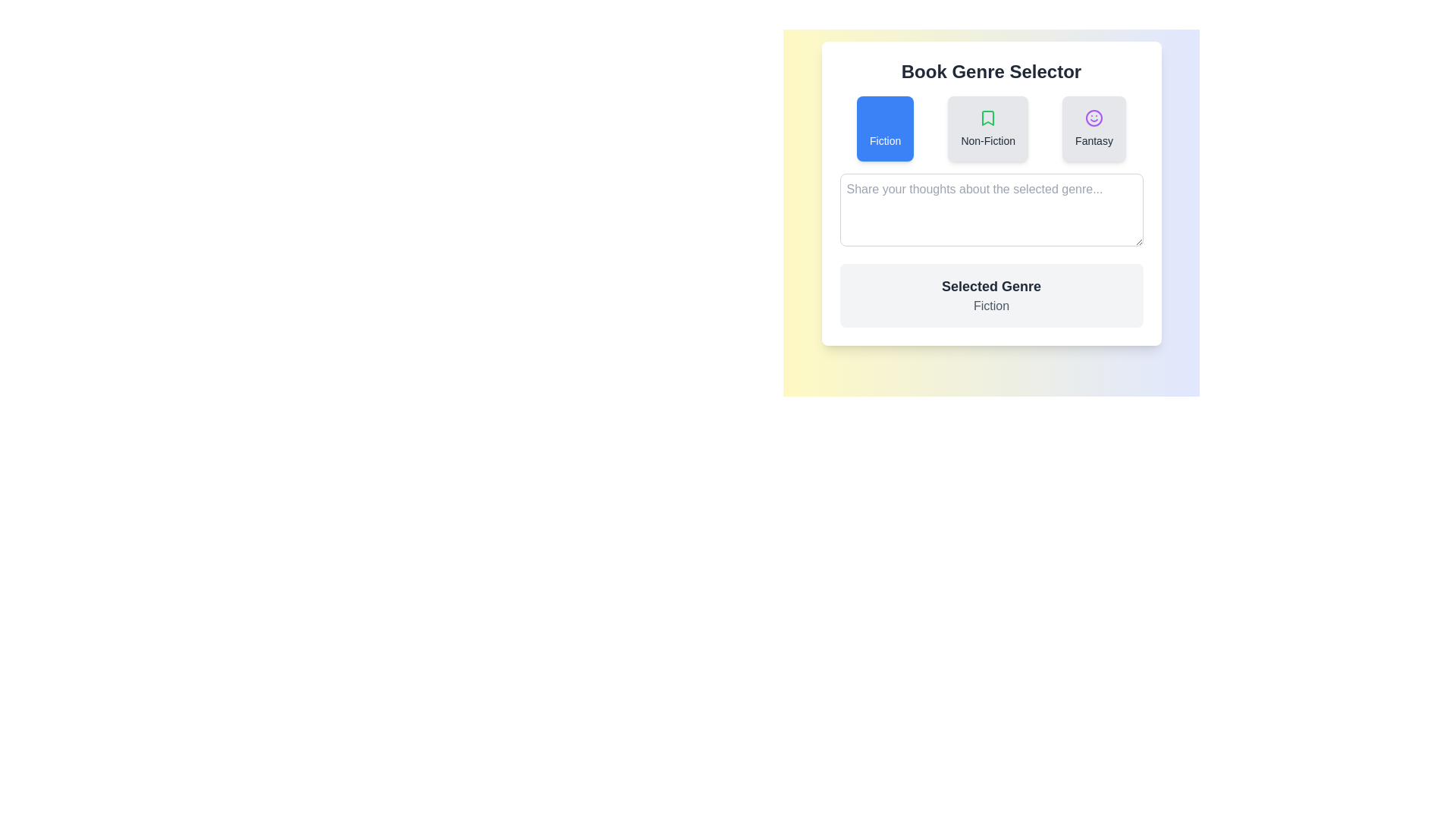  Describe the element at coordinates (1094, 117) in the screenshot. I see `the Decorative icon representing the 'Fantasy' genre, which is centrally located at the top section of the card-like structure labeled 'Fantasy'` at that location.